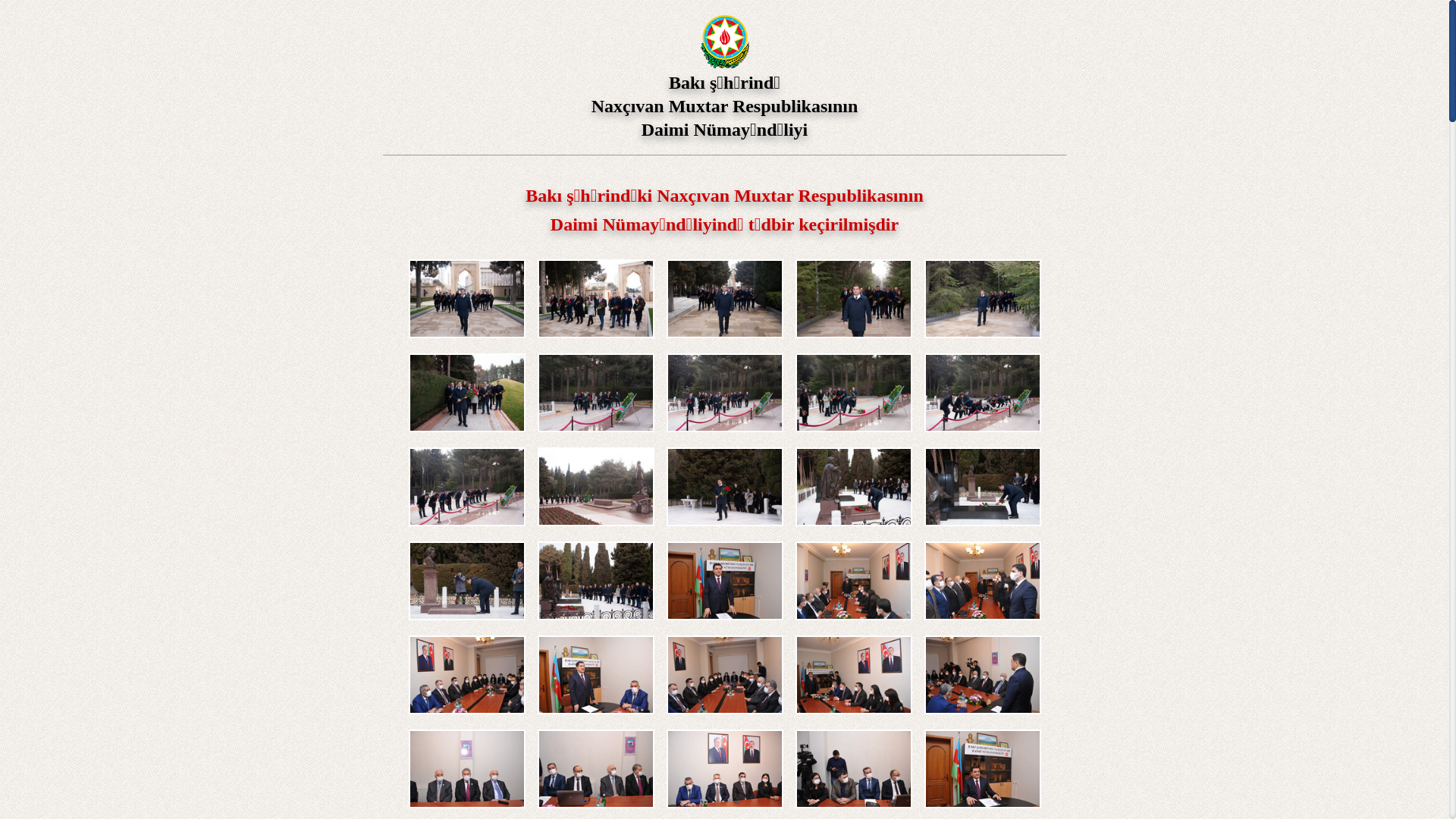  What do you see at coordinates (852, 769) in the screenshot?
I see `'Click to enlarge'` at bounding box center [852, 769].